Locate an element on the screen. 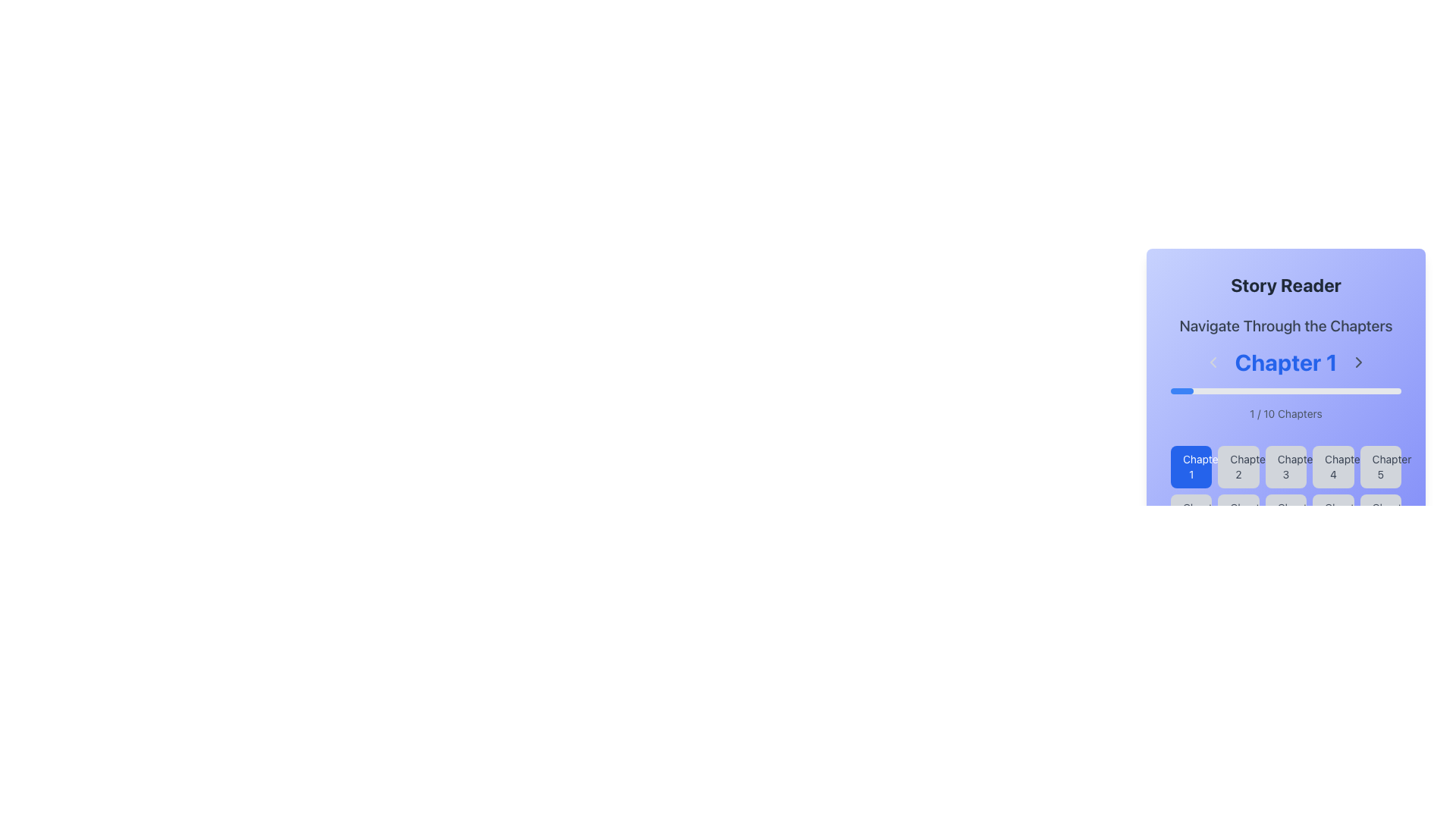  the Static Text Element displaying '1 / 10 Chapters', located below the blue progress bar in the 'Navigate Through the Chapters' section is located at coordinates (1285, 414).